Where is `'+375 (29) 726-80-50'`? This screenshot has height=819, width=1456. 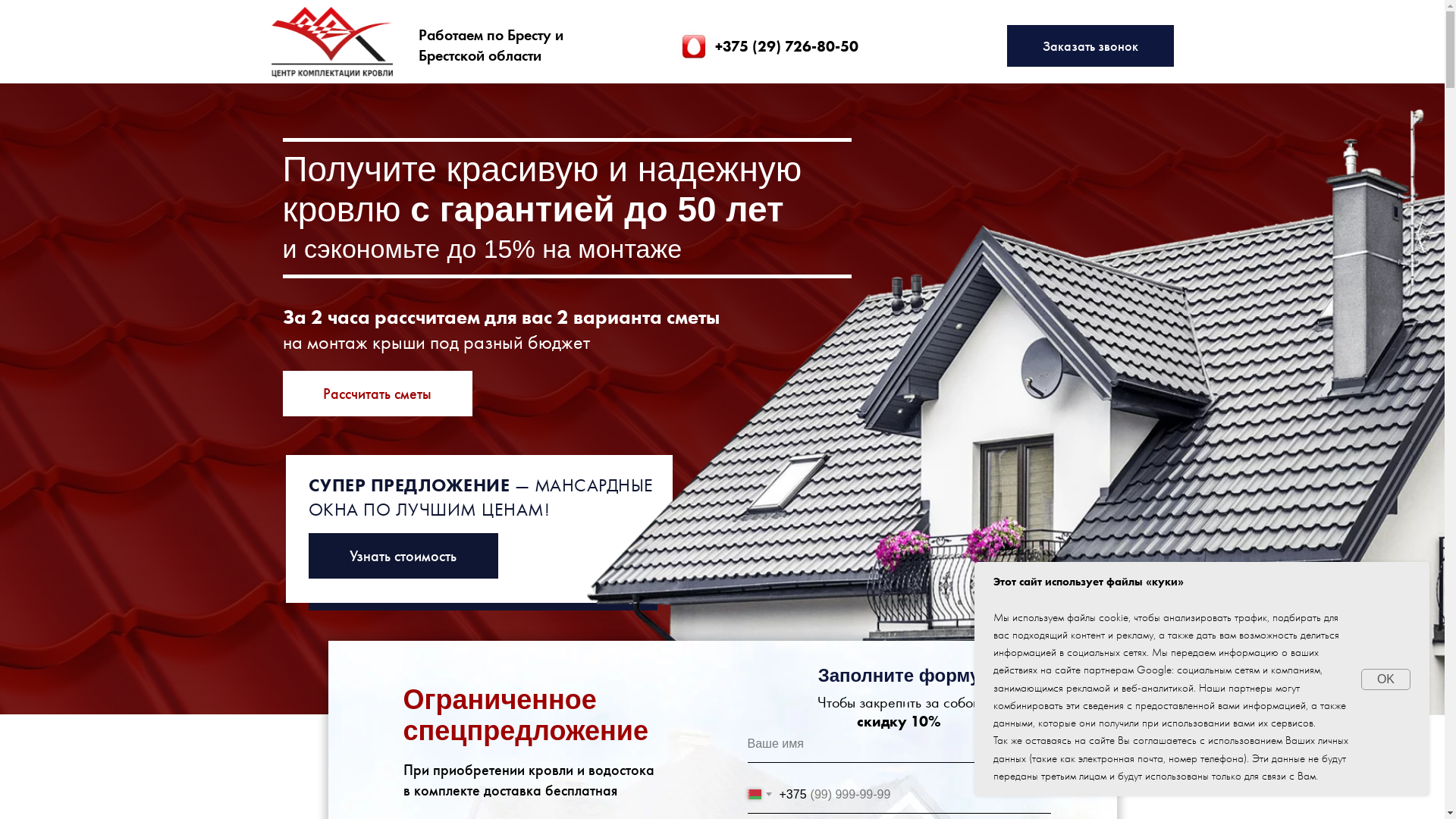
'+375 (29) 726-80-50' is located at coordinates (713, 45).